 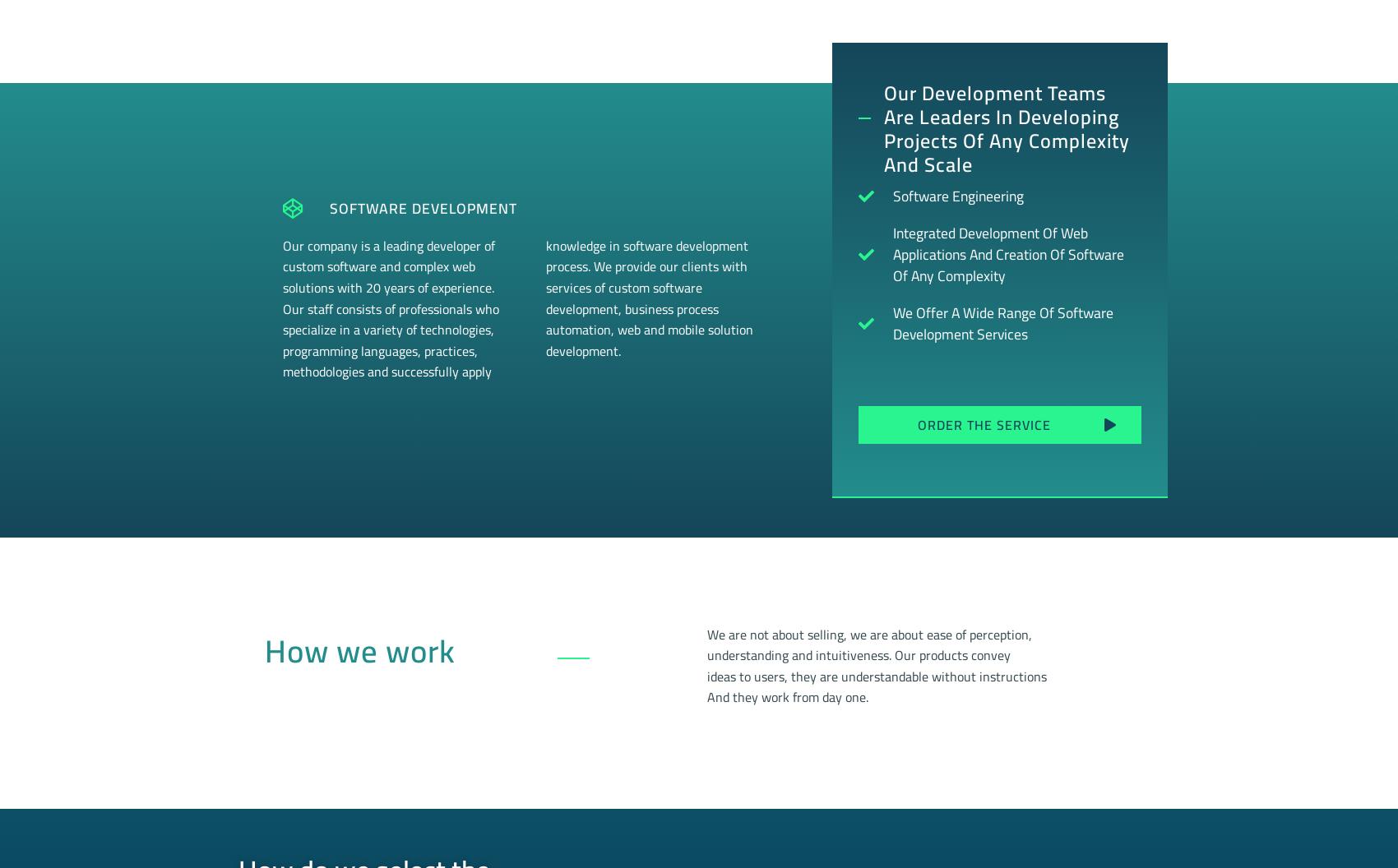 I want to click on 'We offer a wide range of software development services', so click(x=1002, y=321).